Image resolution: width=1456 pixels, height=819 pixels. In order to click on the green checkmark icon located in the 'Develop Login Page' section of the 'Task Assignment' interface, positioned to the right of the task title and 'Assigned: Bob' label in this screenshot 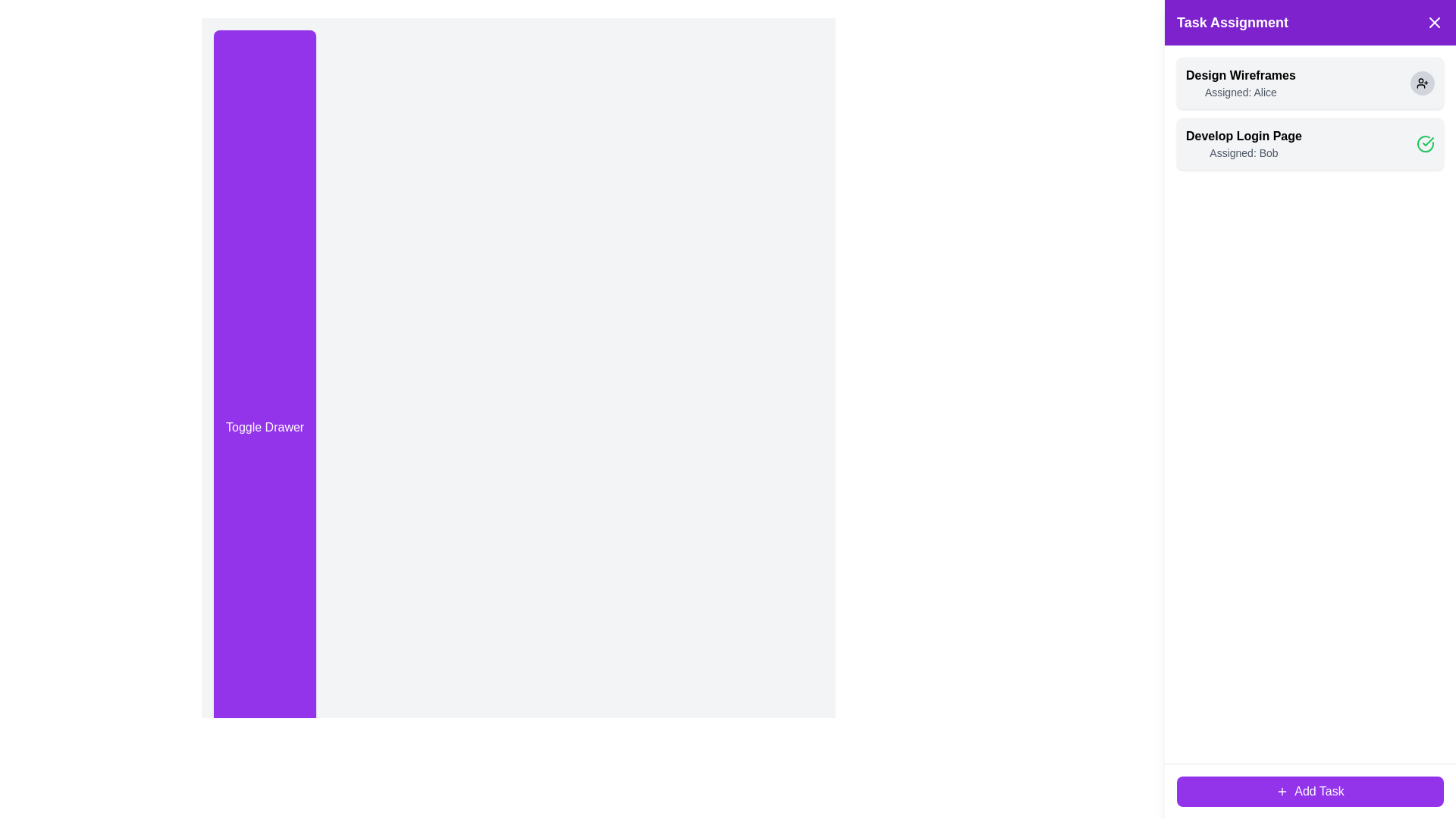, I will do `click(1427, 141)`.